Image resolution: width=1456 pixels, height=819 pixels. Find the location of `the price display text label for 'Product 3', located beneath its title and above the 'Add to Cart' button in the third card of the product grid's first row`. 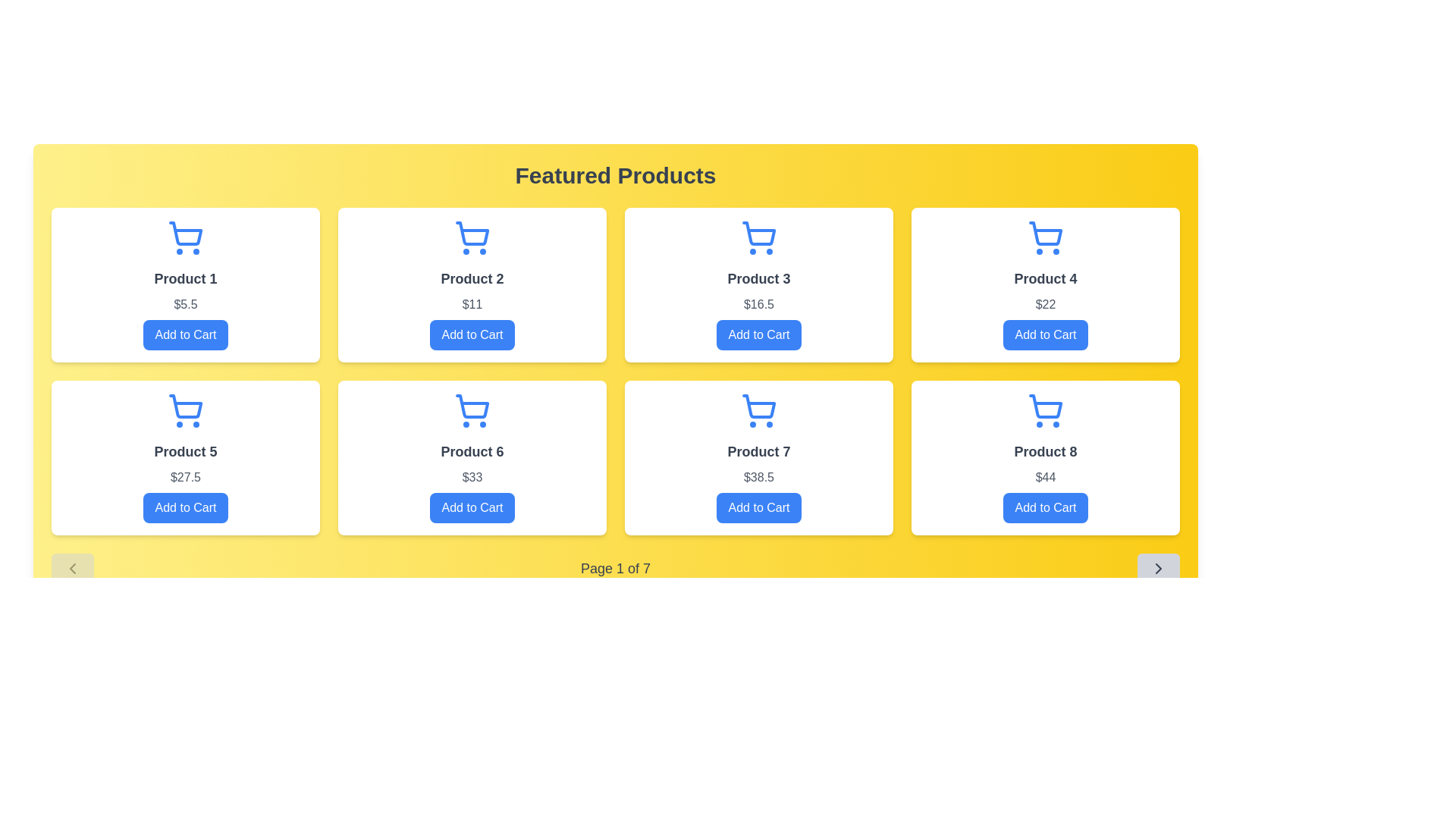

the price display text label for 'Product 3', located beneath its title and above the 'Add to Cart' button in the third card of the product grid's first row is located at coordinates (759, 304).